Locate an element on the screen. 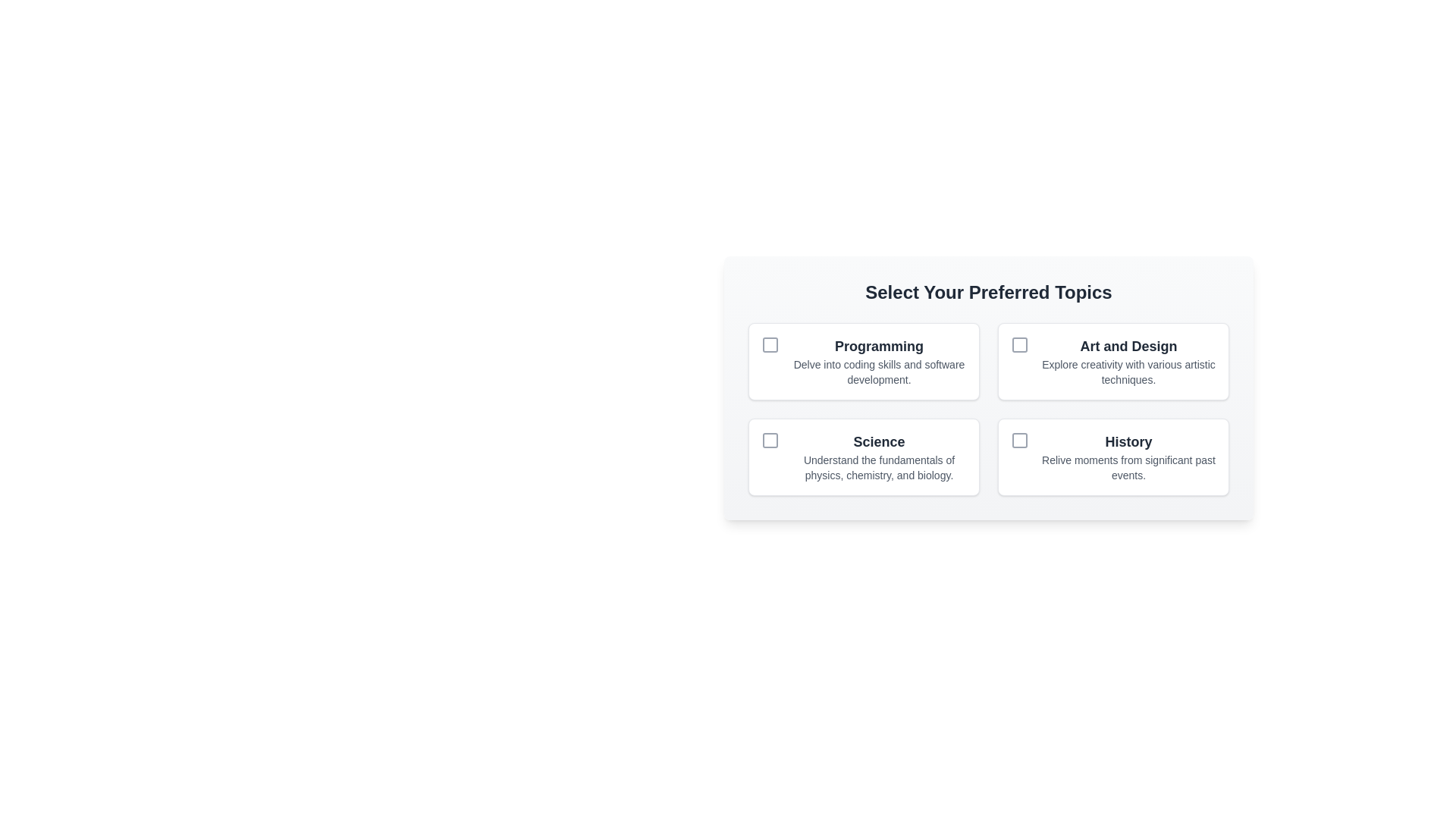 This screenshot has width=1456, height=819. the empty gray checkbox located beside the text 'History' to emphasize or highlight it is located at coordinates (1019, 441).